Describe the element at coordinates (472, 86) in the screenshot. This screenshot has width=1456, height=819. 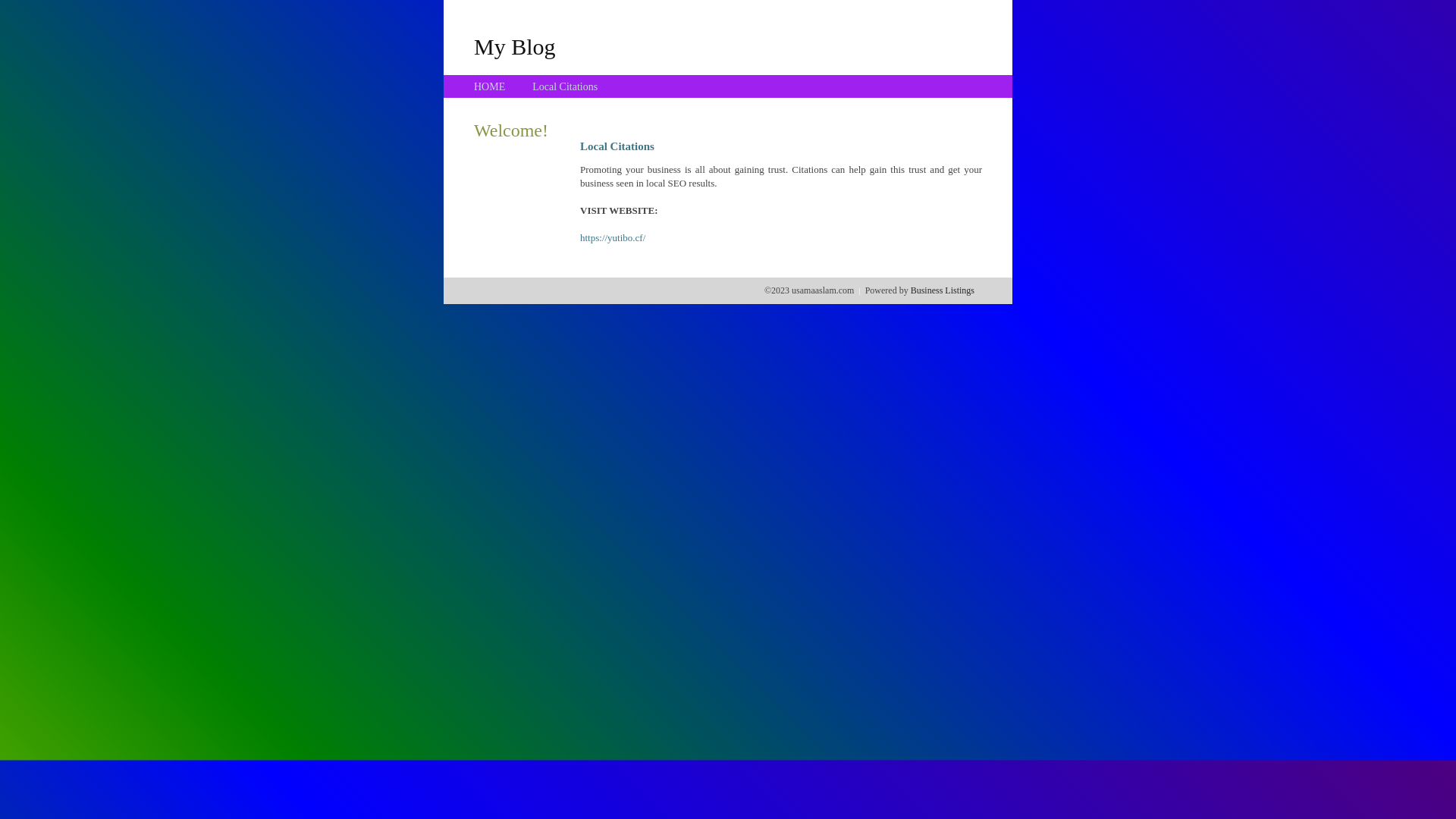
I see `'HOME'` at that location.